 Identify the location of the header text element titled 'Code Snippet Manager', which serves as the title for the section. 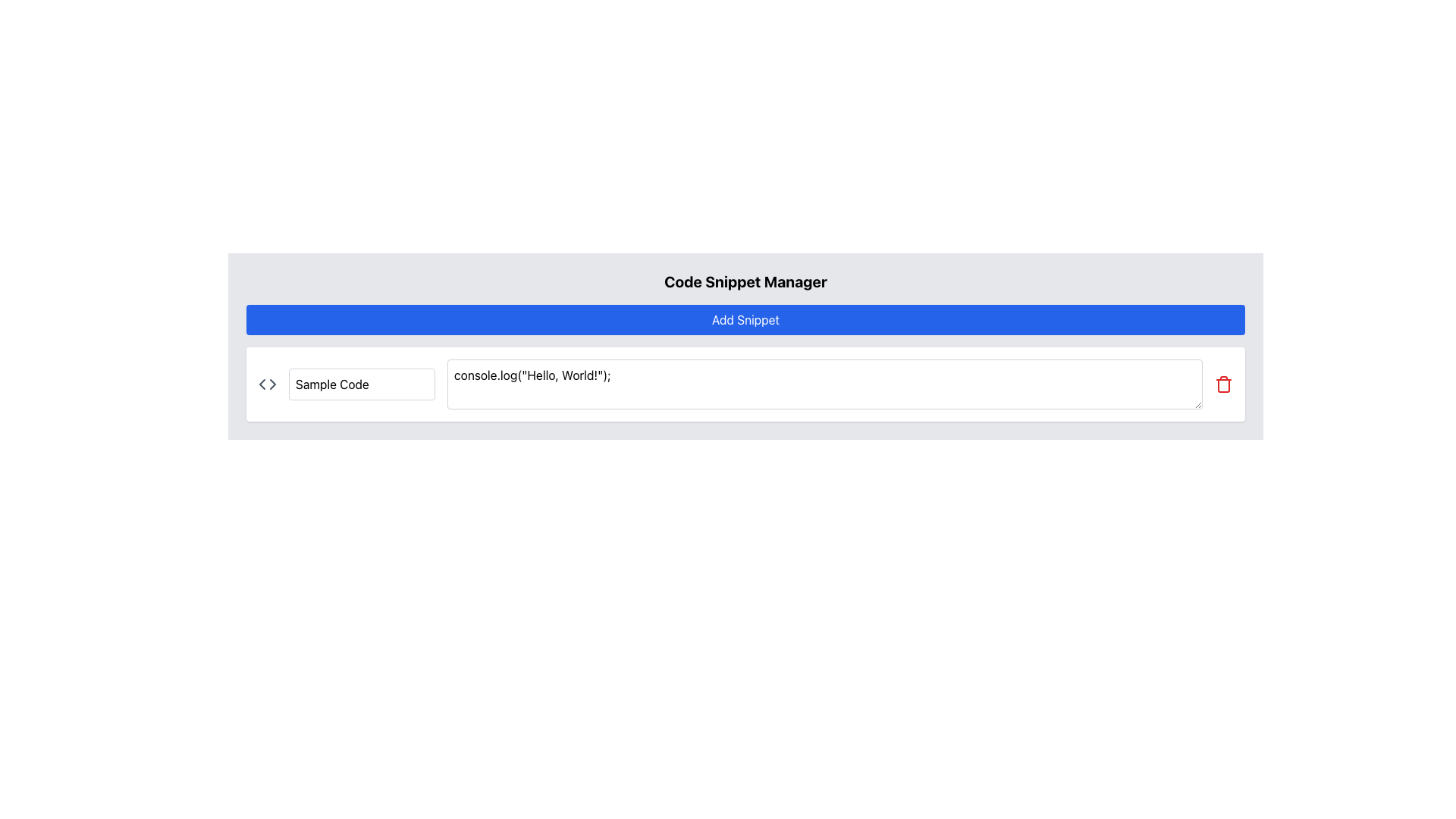
(745, 281).